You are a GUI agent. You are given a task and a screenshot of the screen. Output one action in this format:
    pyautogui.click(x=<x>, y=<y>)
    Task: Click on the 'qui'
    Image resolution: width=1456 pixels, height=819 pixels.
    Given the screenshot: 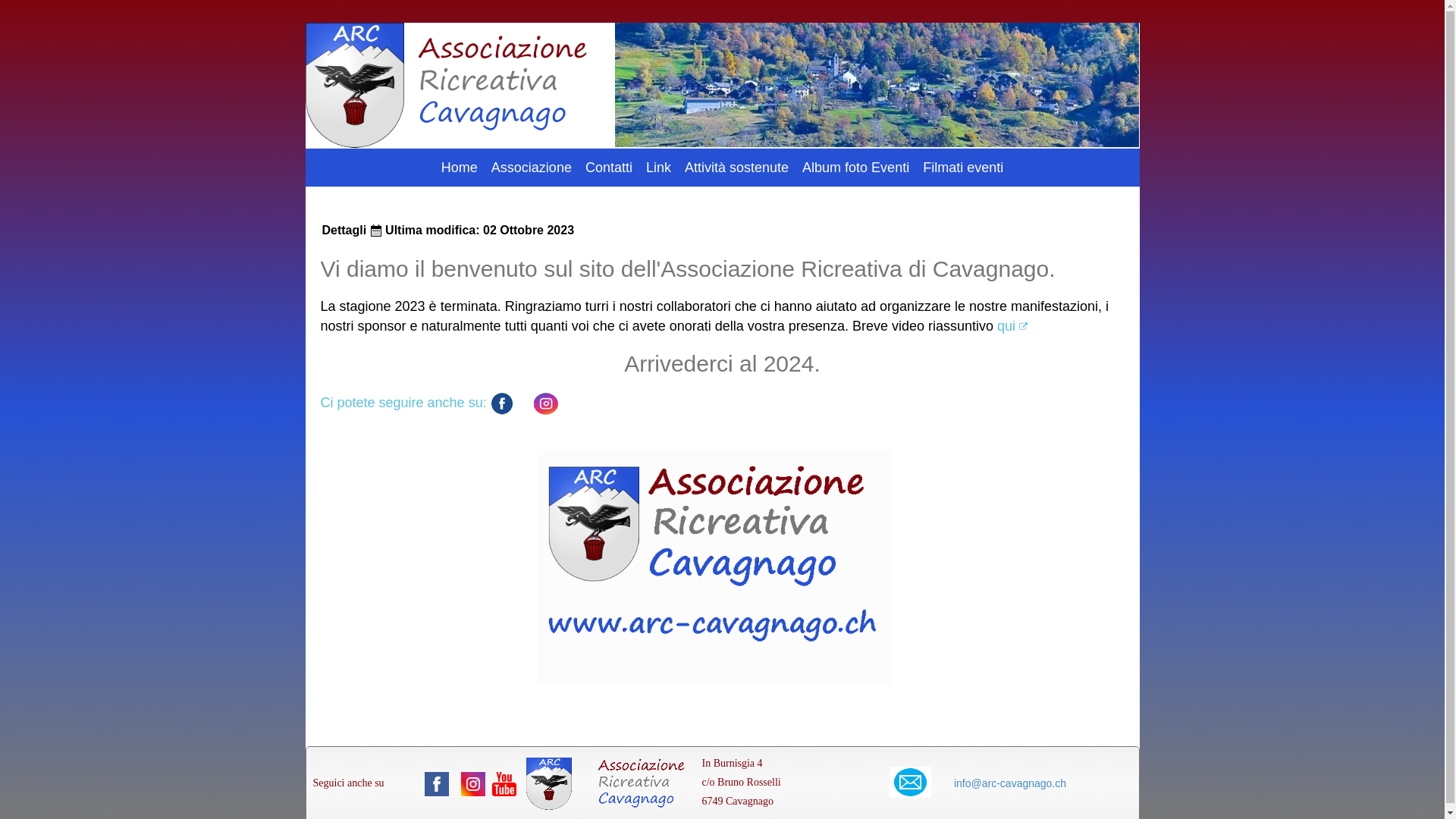 What is the action you would take?
    pyautogui.click(x=1012, y=325)
    